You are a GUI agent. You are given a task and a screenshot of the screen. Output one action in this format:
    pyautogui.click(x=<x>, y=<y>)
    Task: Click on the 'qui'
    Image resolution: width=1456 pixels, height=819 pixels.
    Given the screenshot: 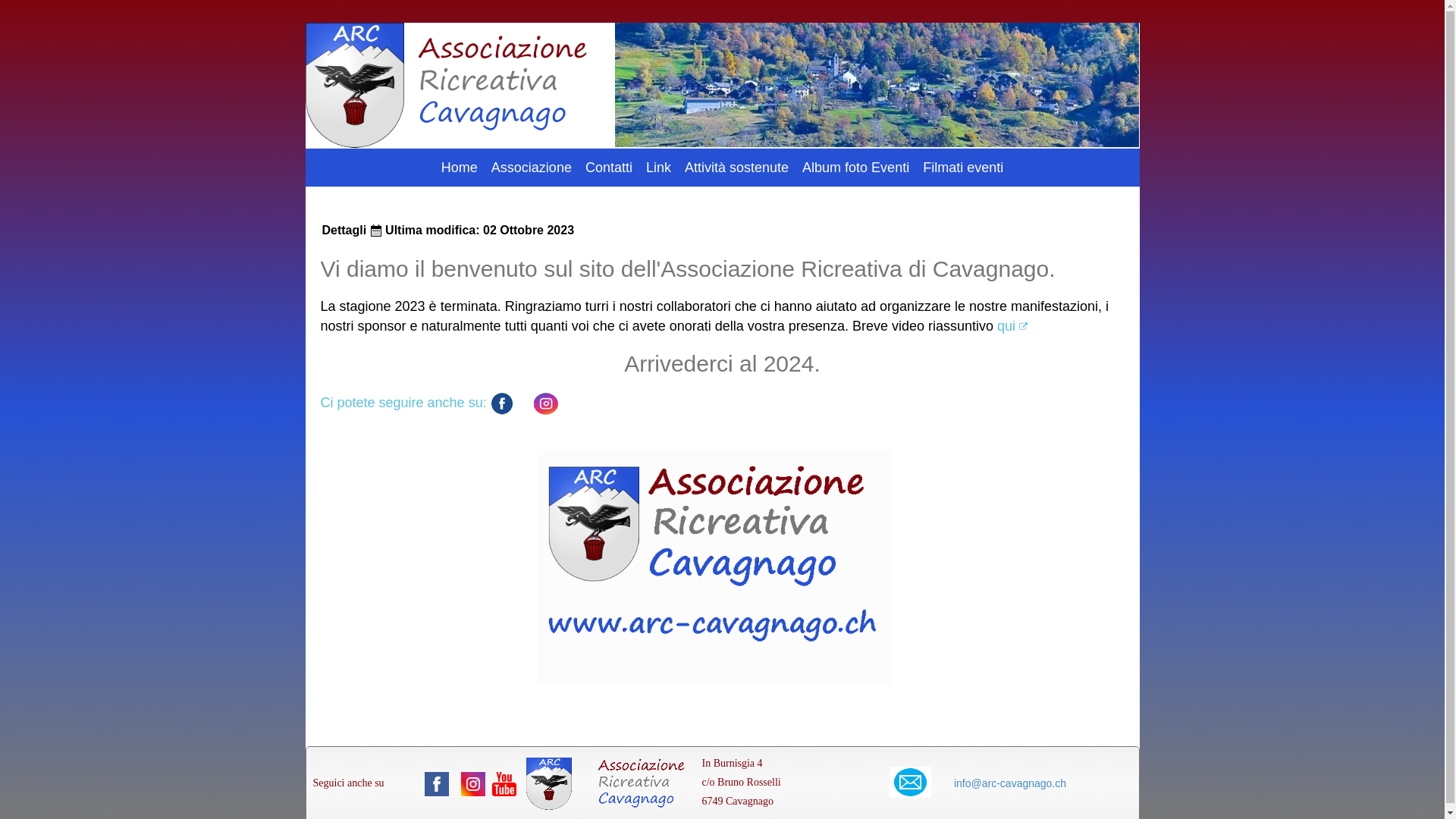 What is the action you would take?
    pyautogui.click(x=1012, y=325)
    